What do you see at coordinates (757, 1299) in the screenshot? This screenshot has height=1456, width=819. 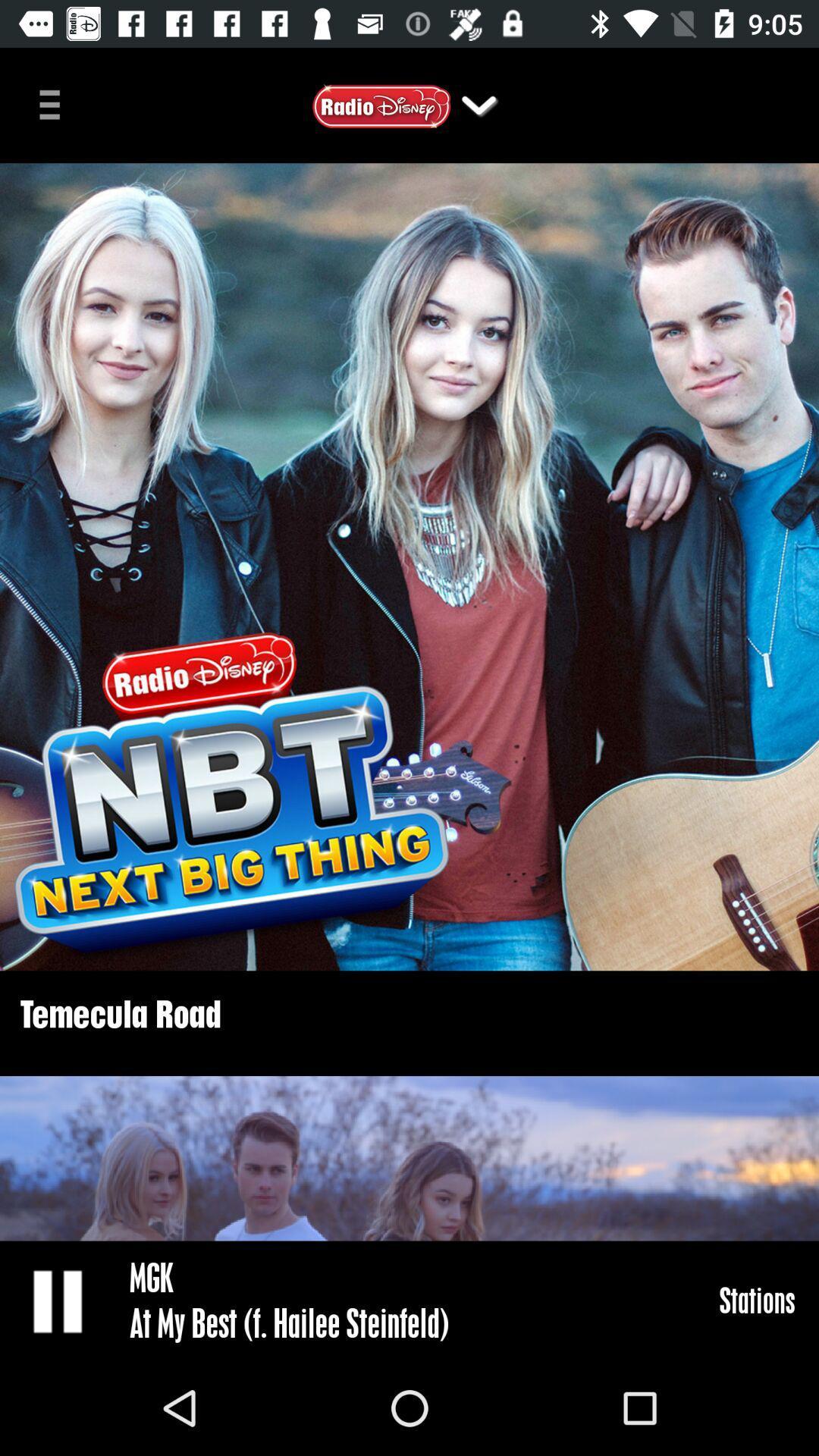 I see `stations item` at bounding box center [757, 1299].